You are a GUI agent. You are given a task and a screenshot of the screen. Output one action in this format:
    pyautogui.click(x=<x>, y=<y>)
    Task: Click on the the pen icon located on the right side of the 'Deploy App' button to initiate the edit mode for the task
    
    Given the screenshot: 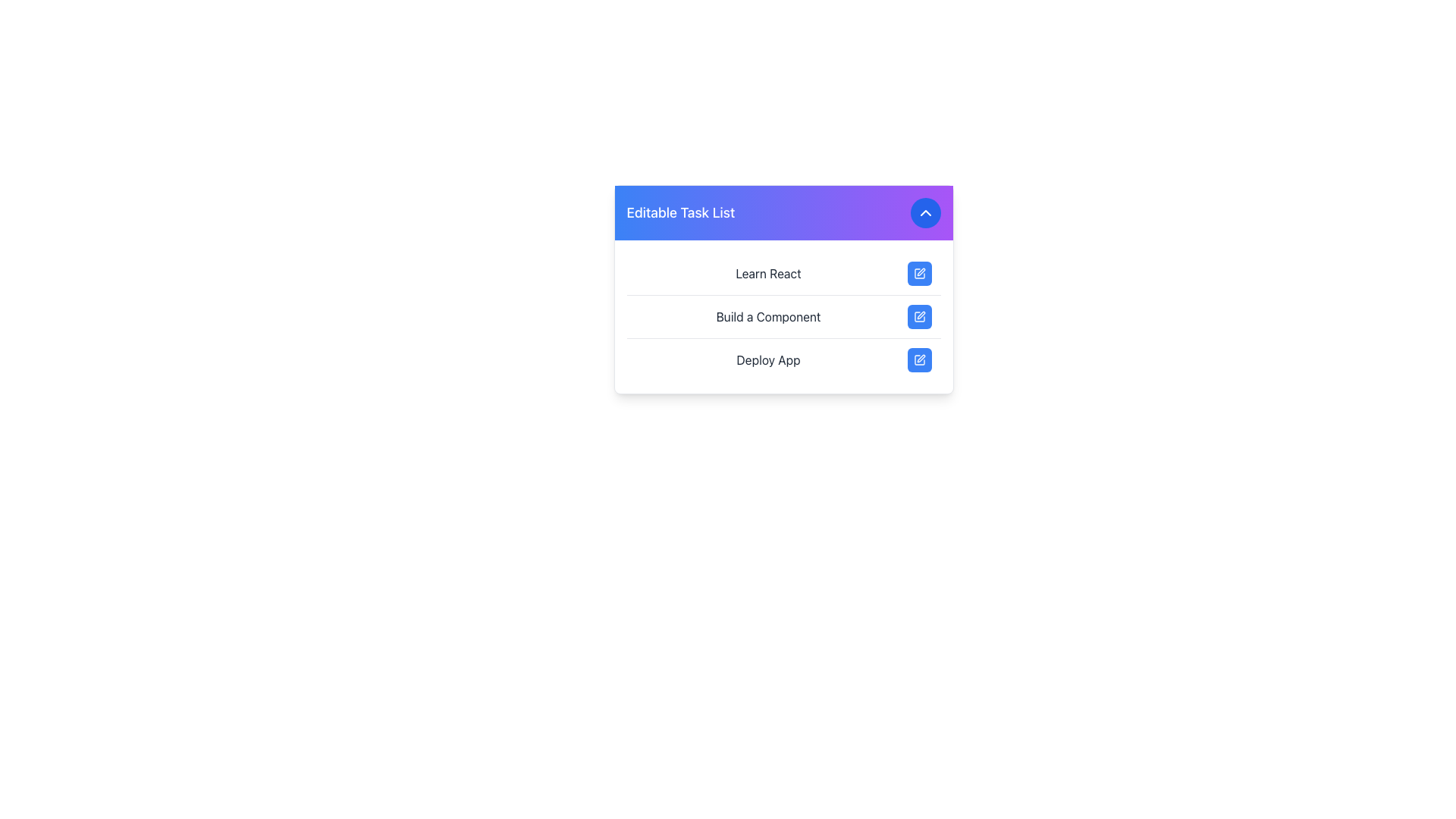 What is the action you would take?
    pyautogui.click(x=920, y=359)
    